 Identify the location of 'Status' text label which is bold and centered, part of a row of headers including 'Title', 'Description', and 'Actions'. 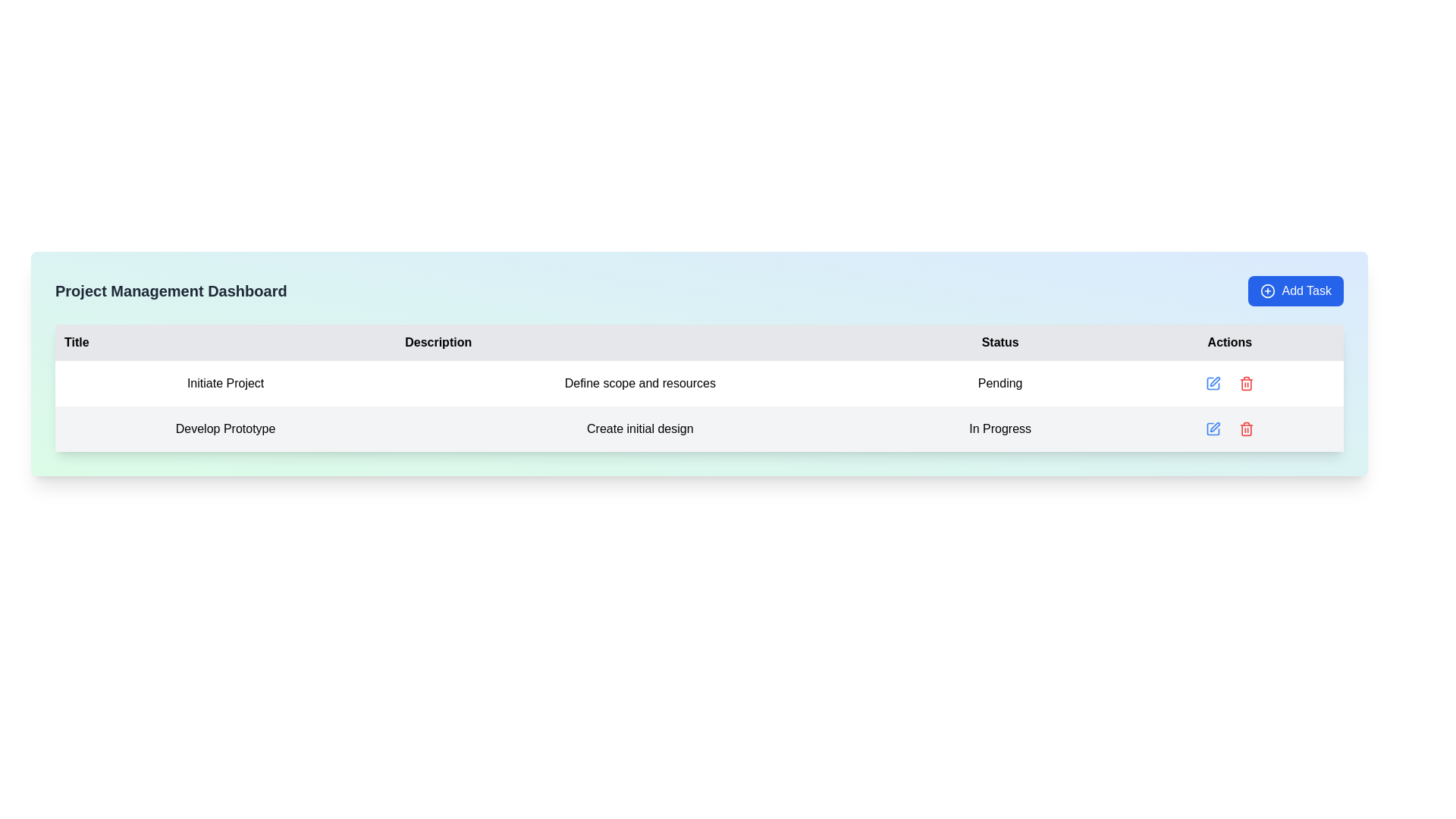
(1000, 342).